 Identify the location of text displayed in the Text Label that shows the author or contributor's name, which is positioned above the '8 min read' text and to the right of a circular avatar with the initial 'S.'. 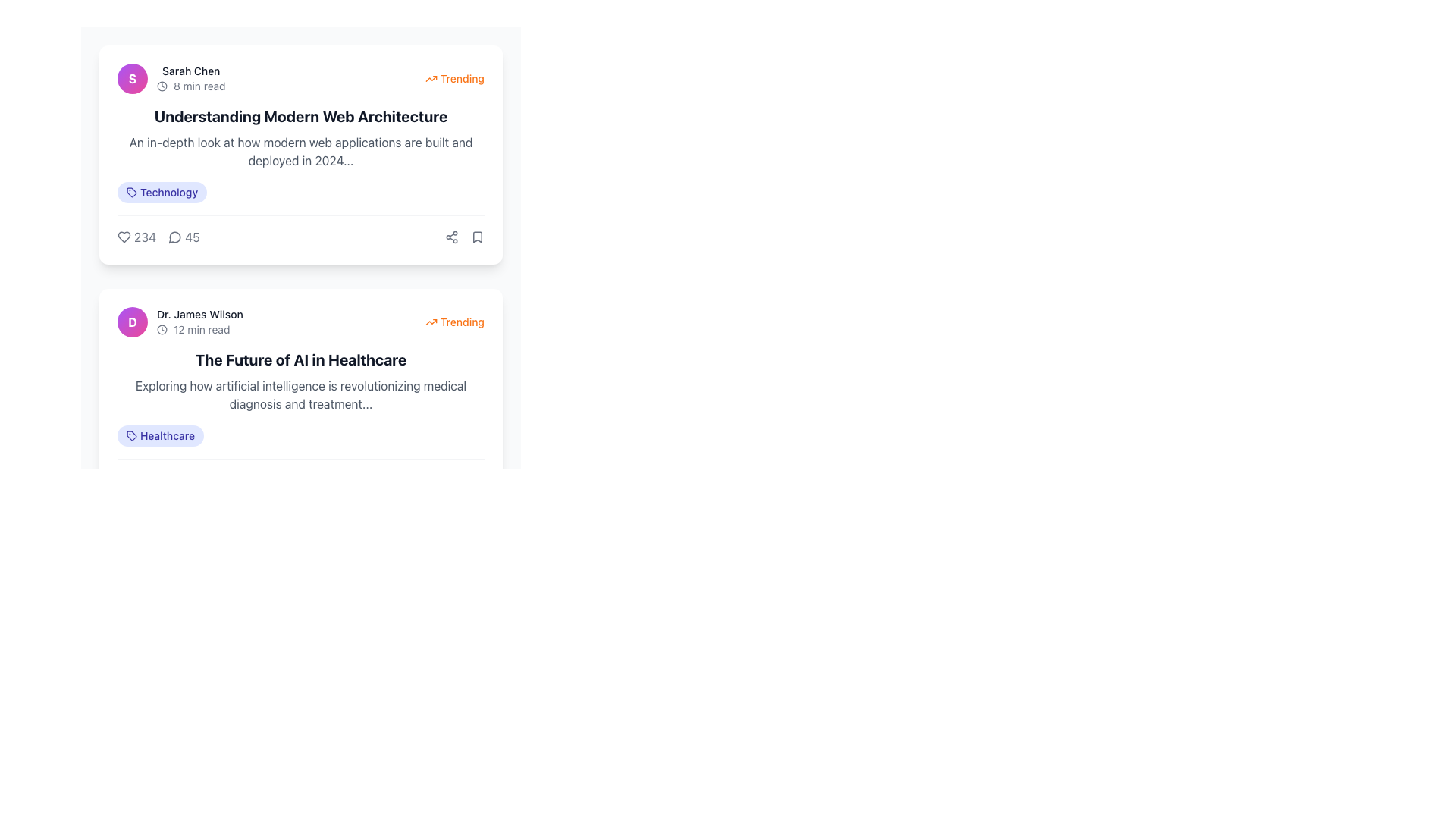
(190, 71).